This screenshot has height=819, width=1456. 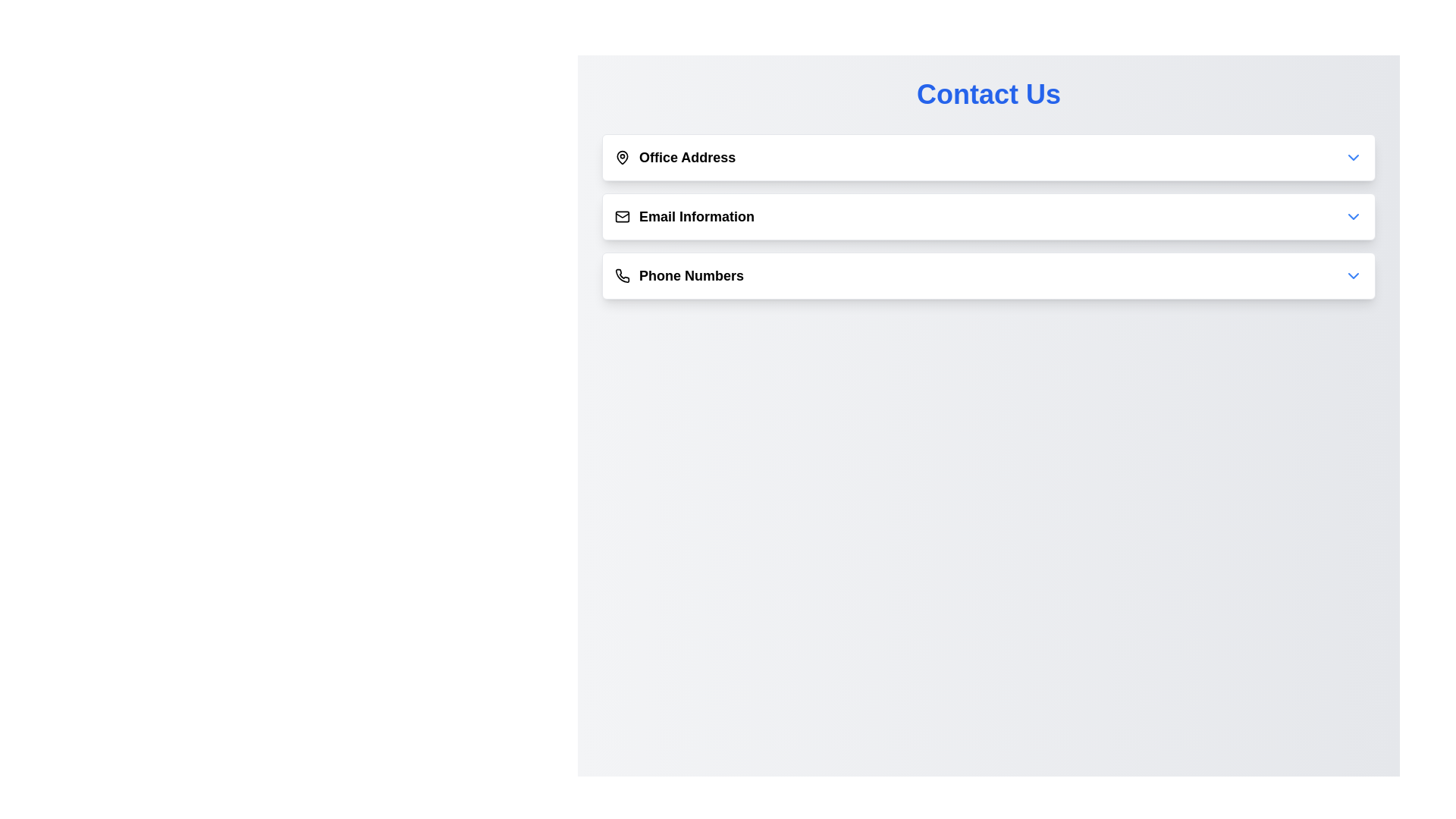 I want to click on the text label that indicates the phone number section, located in the 'Contact Us' section of the page, so click(x=691, y=275).